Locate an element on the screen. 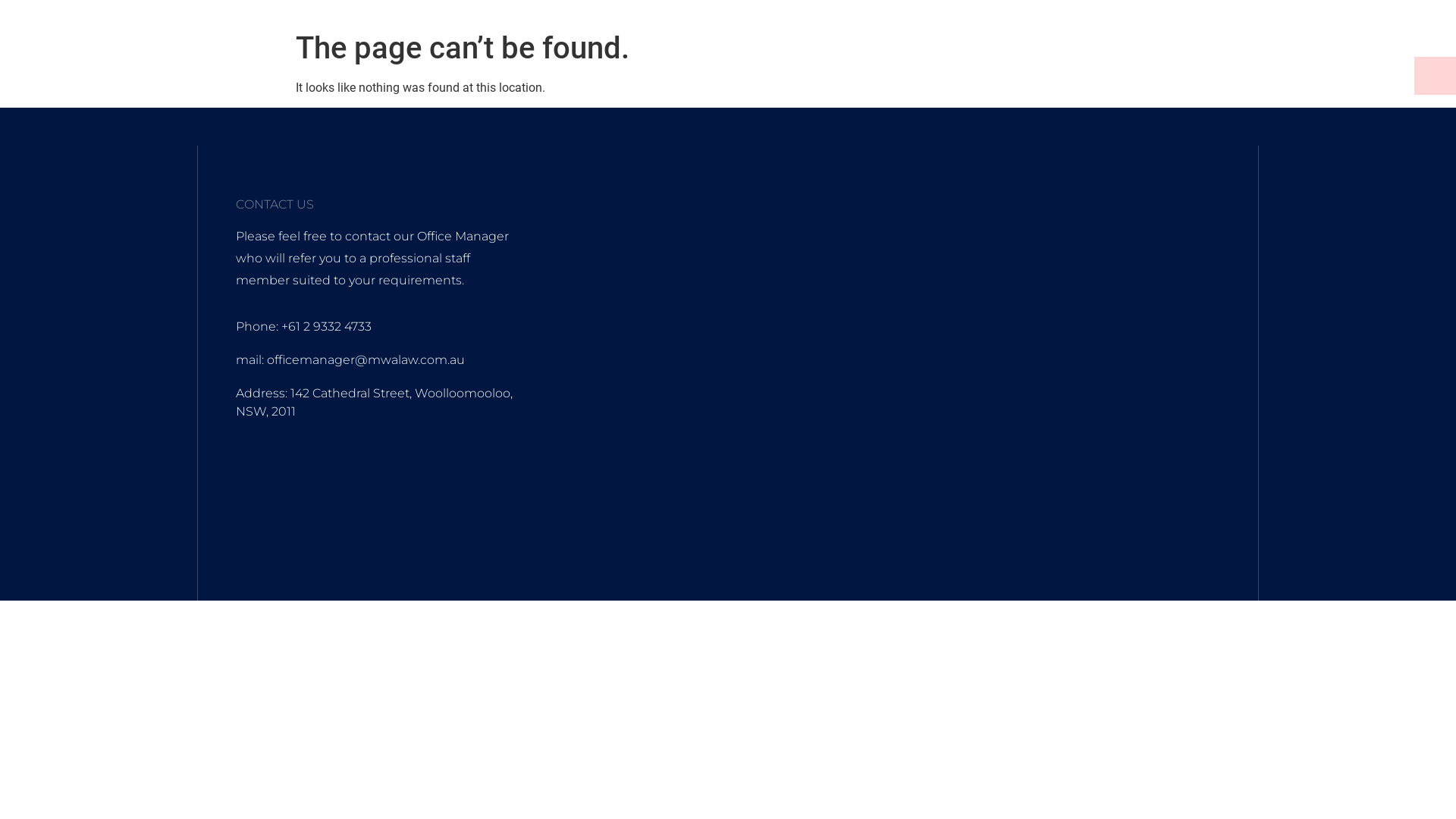 Image resolution: width=1456 pixels, height=819 pixels. 'mwa lawyers' is located at coordinates (906, 388).